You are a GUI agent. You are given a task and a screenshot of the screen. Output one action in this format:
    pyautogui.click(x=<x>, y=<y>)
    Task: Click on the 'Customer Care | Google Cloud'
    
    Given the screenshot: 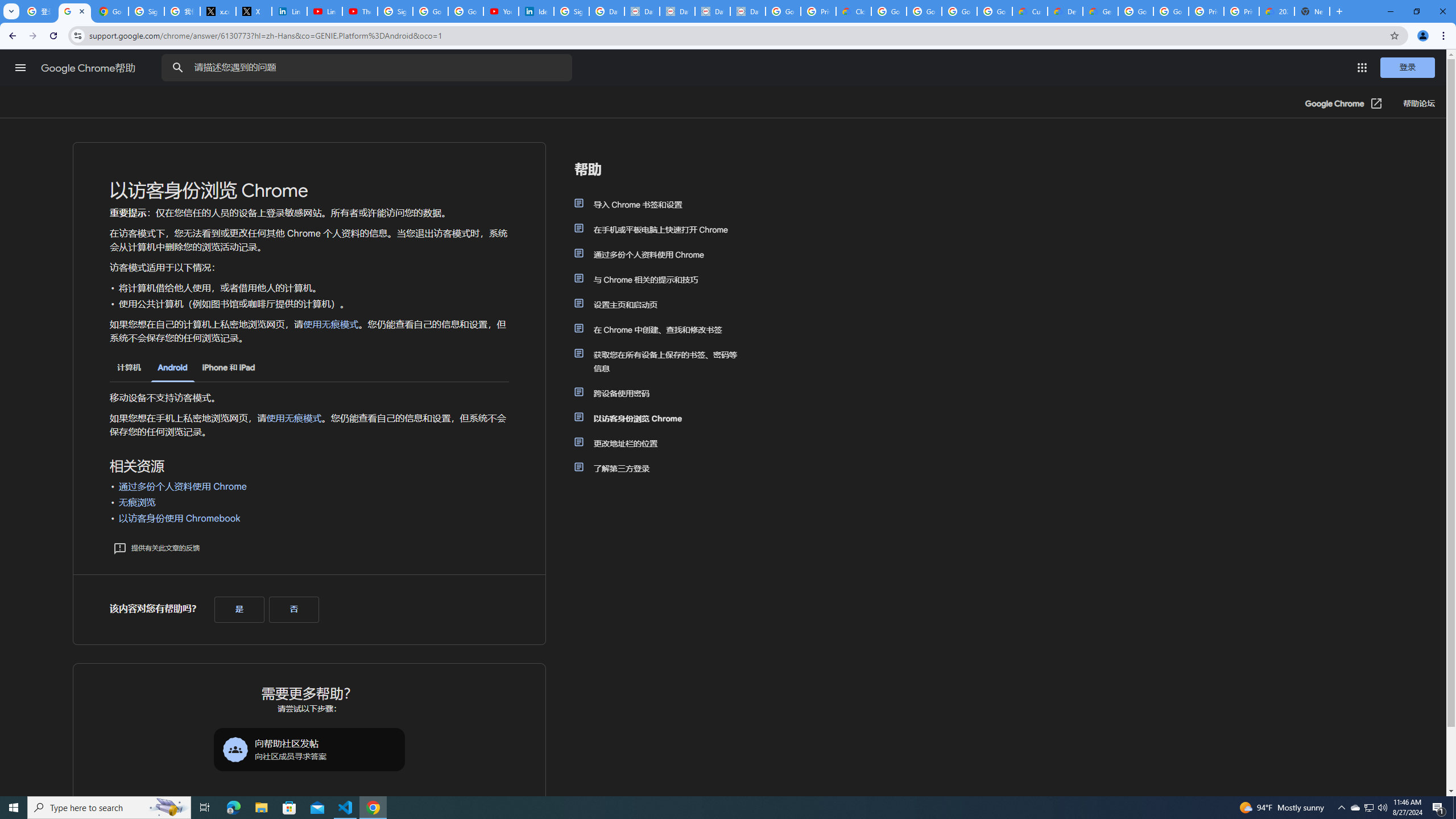 What is the action you would take?
    pyautogui.click(x=1029, y=11)
    